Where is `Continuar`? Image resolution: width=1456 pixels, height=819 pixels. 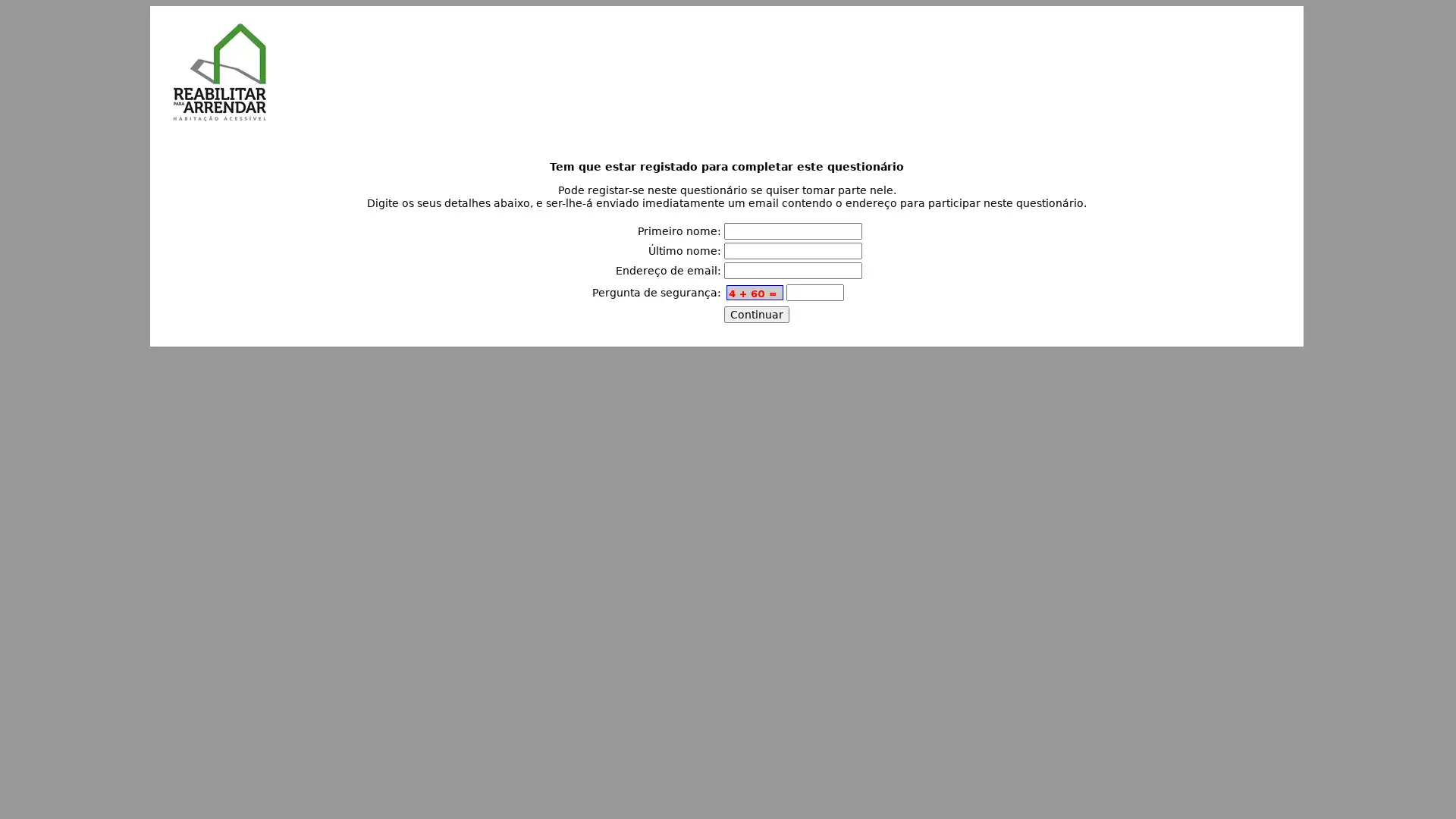 Continuar is located at coordinates (756, 314).